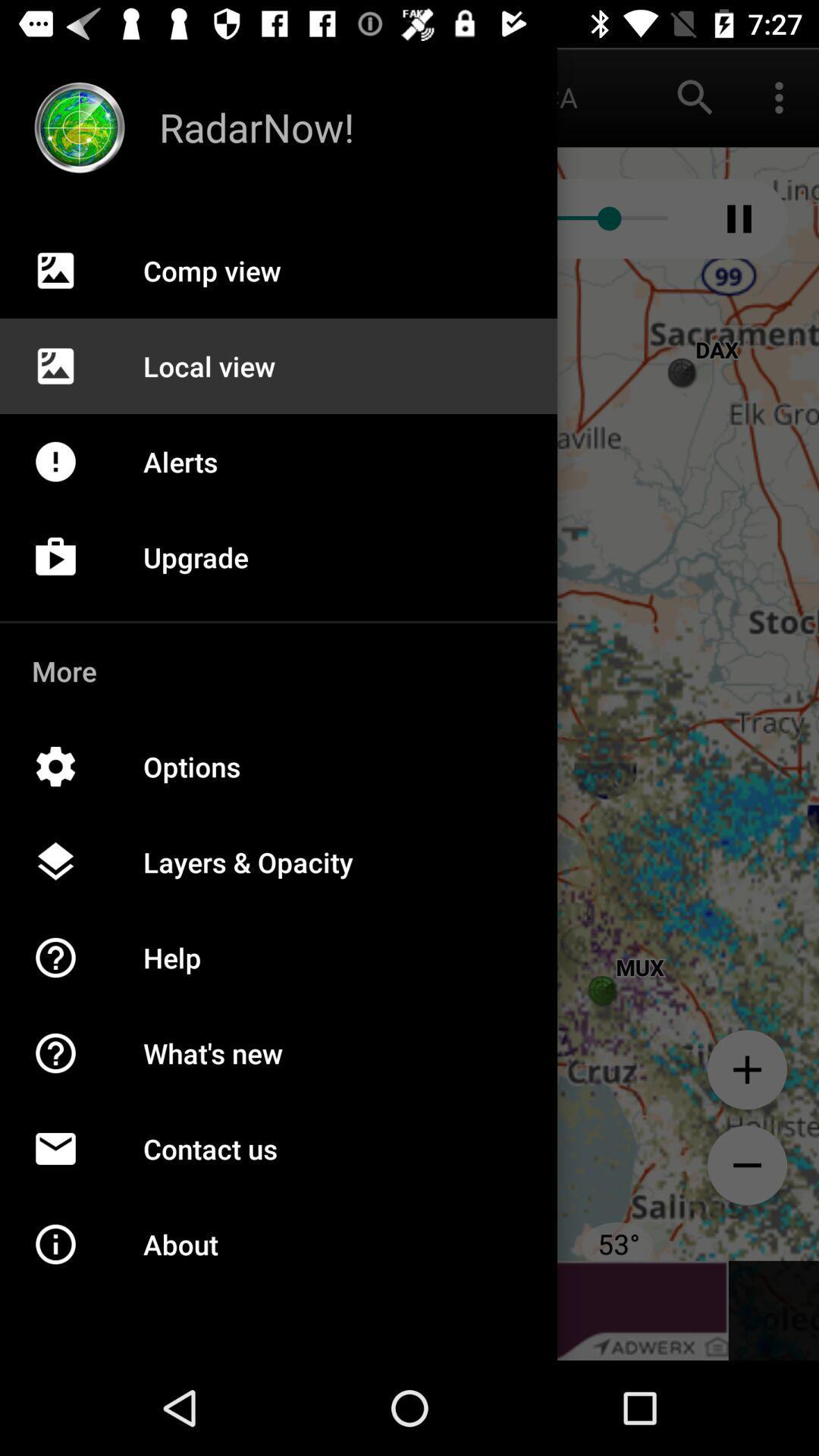 This screenshot has height=1456, width=819. I want to click on the help icon, so click(71, 1068).